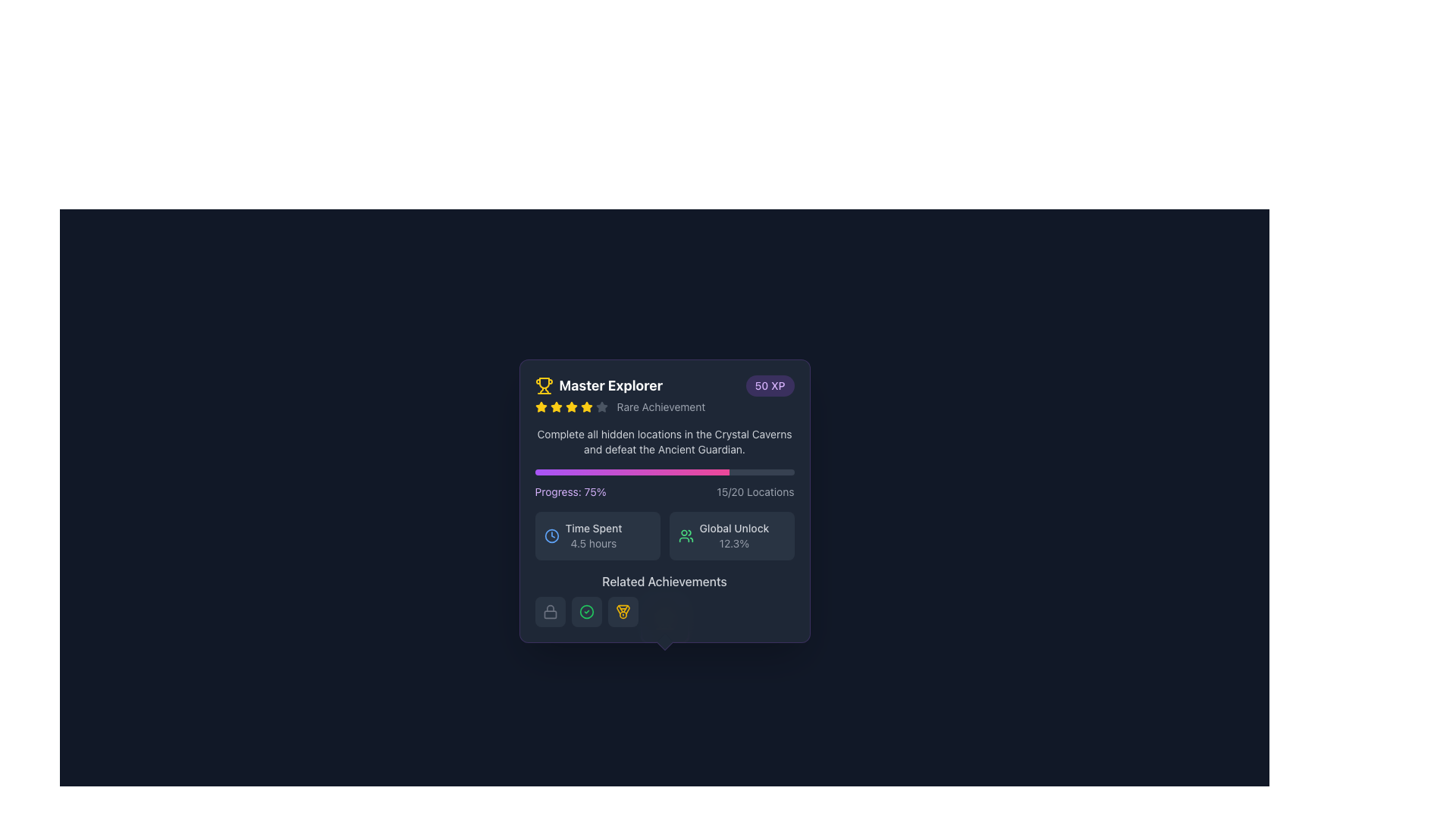 Image resolution: width=1456 pixels, height=819 pixels. What do you see at coordinates (664, 441) in the screenshot?
I see `informational content of the text description that is centrally located within the dark-themed popup modal, specifically the text that reads: 'Complete all hidden locations in the Crystal Caverns and defeat the Ancient Guardian.'` at bounding box center [664, 441].